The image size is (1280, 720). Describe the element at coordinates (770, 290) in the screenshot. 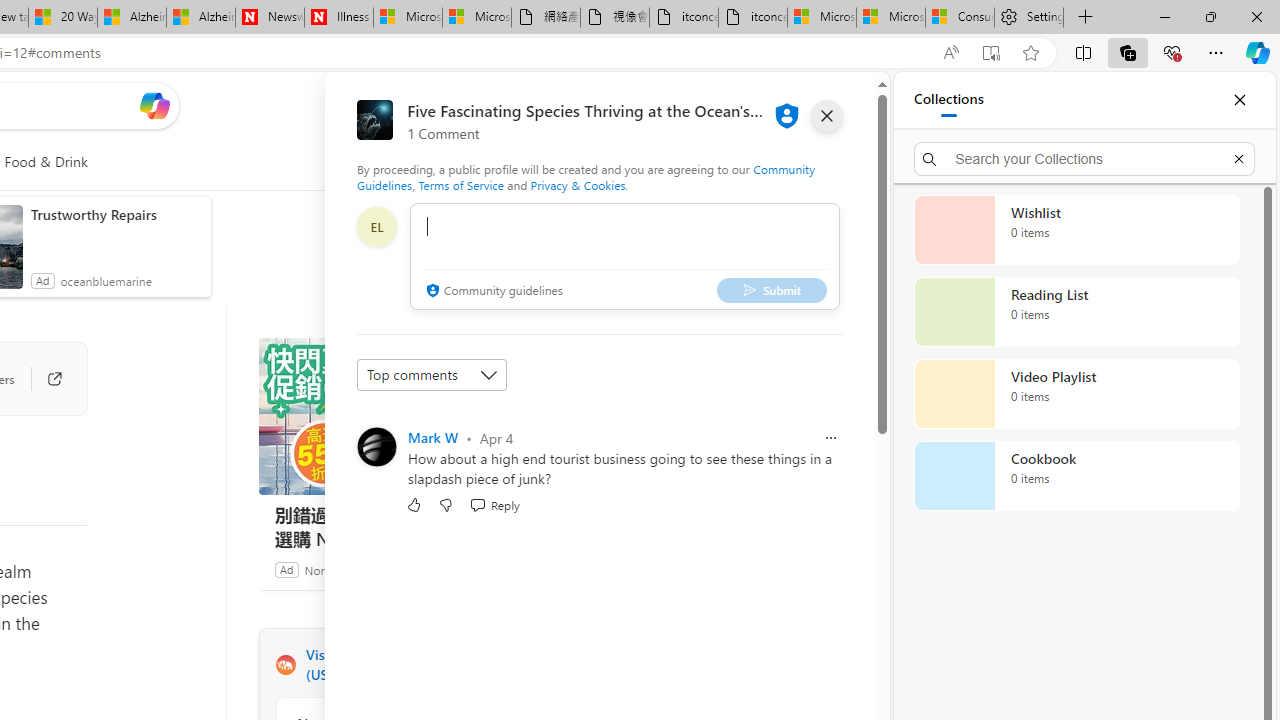

I see `'Submit'` at that location.